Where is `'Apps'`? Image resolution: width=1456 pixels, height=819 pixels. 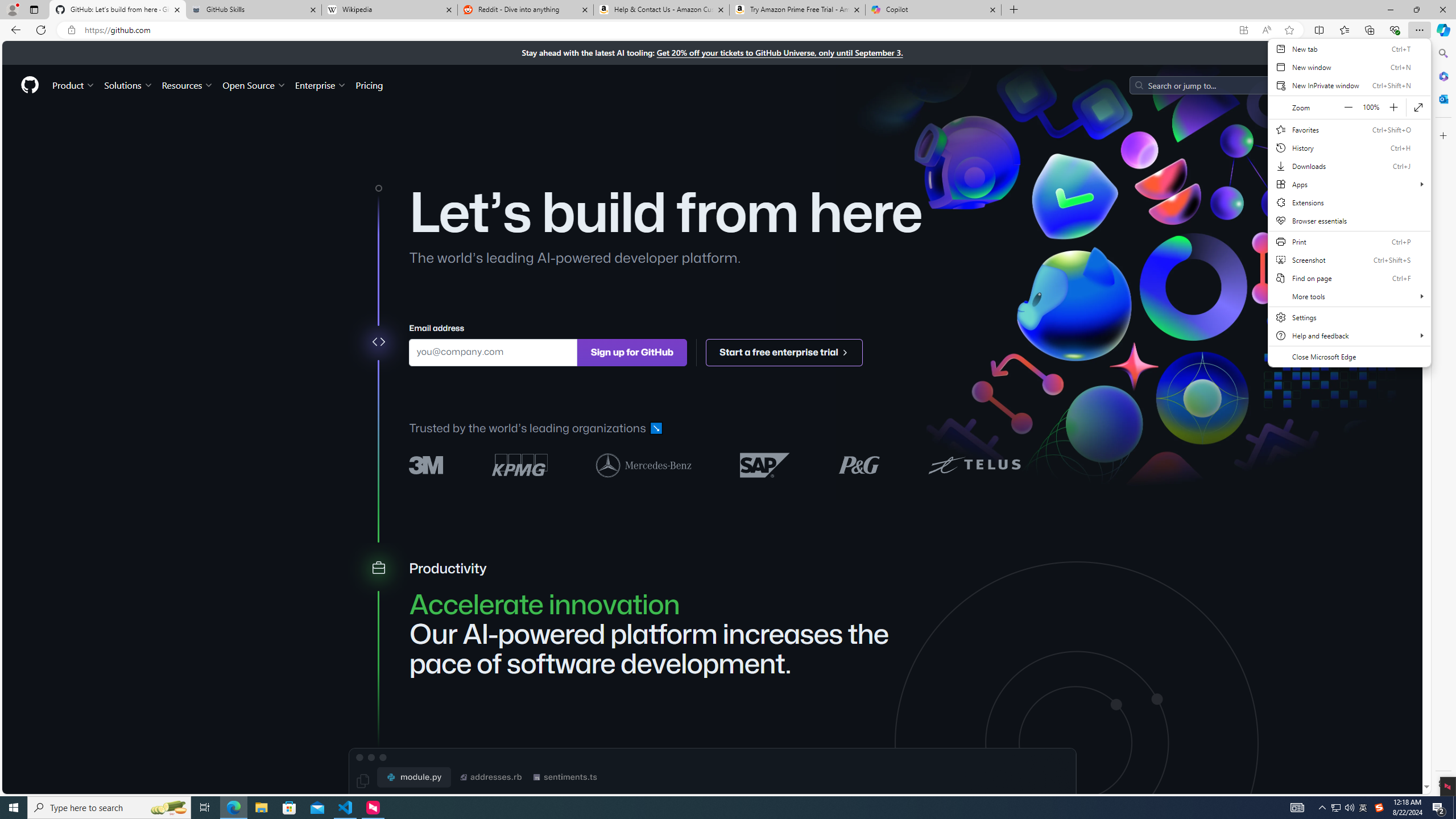
'Apps' is located at coordinates (1349, 184).